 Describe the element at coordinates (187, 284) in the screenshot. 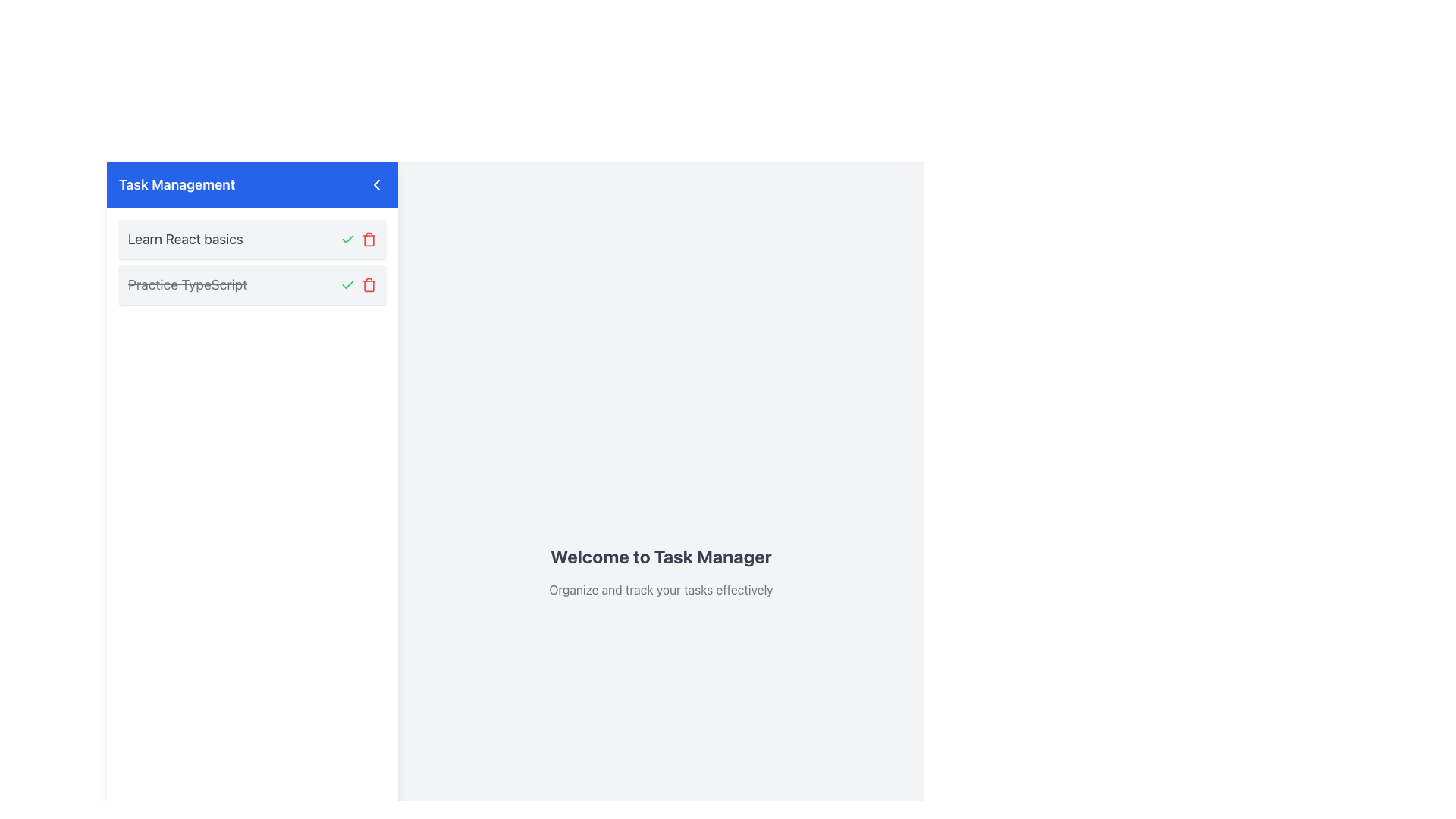

I see `the text indicating that the task 'Practice TypeScript' has been completed, located in the second task row under the 'Task Management' section` at that location.